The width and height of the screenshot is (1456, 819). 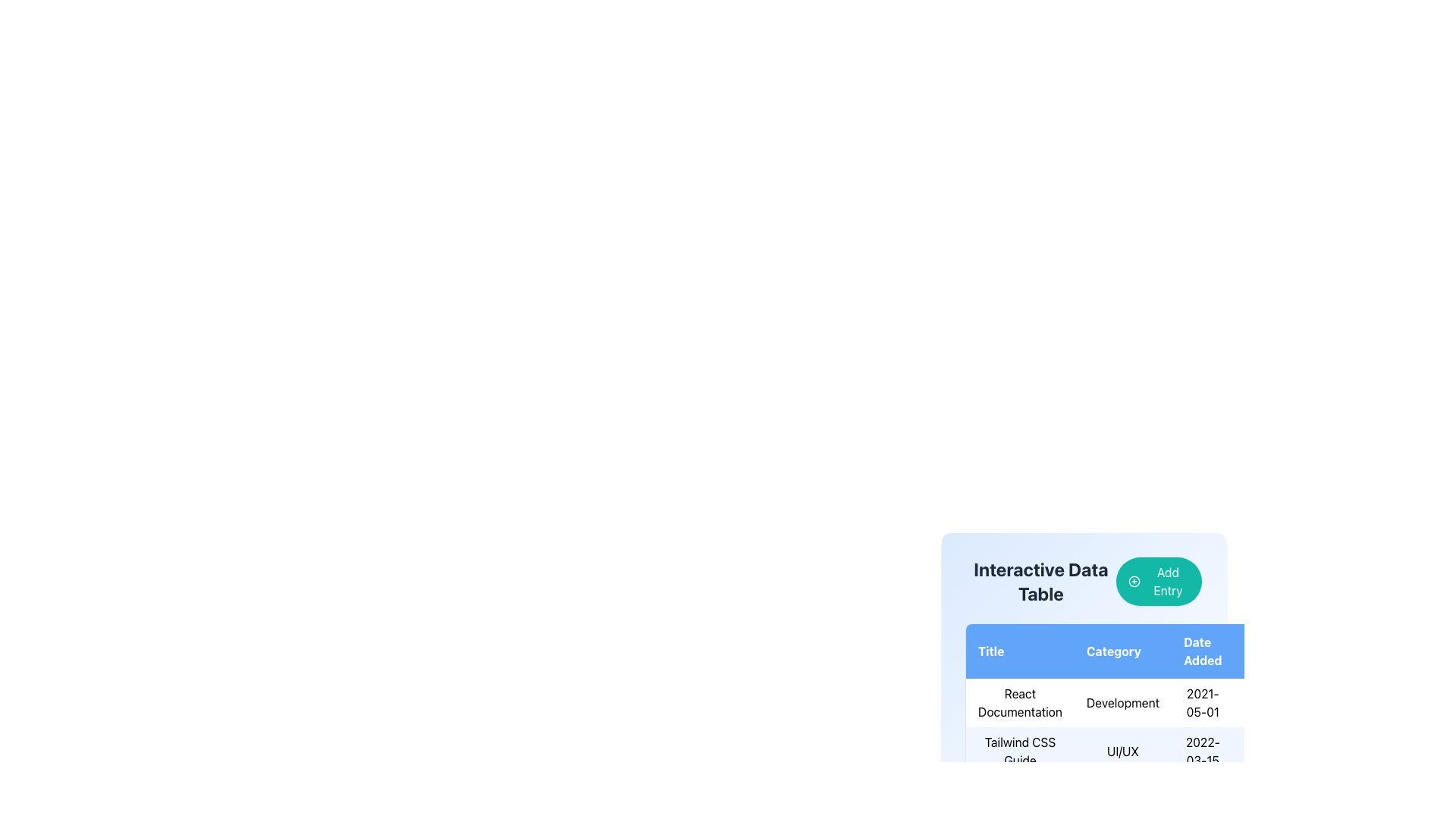 What do you see at coordinates (1020, 702) in the screenshot?
I see `the text element displaying 'React Documentation' located in the first row of a table under the 'Title' column` at bounding box center [1020, 702].